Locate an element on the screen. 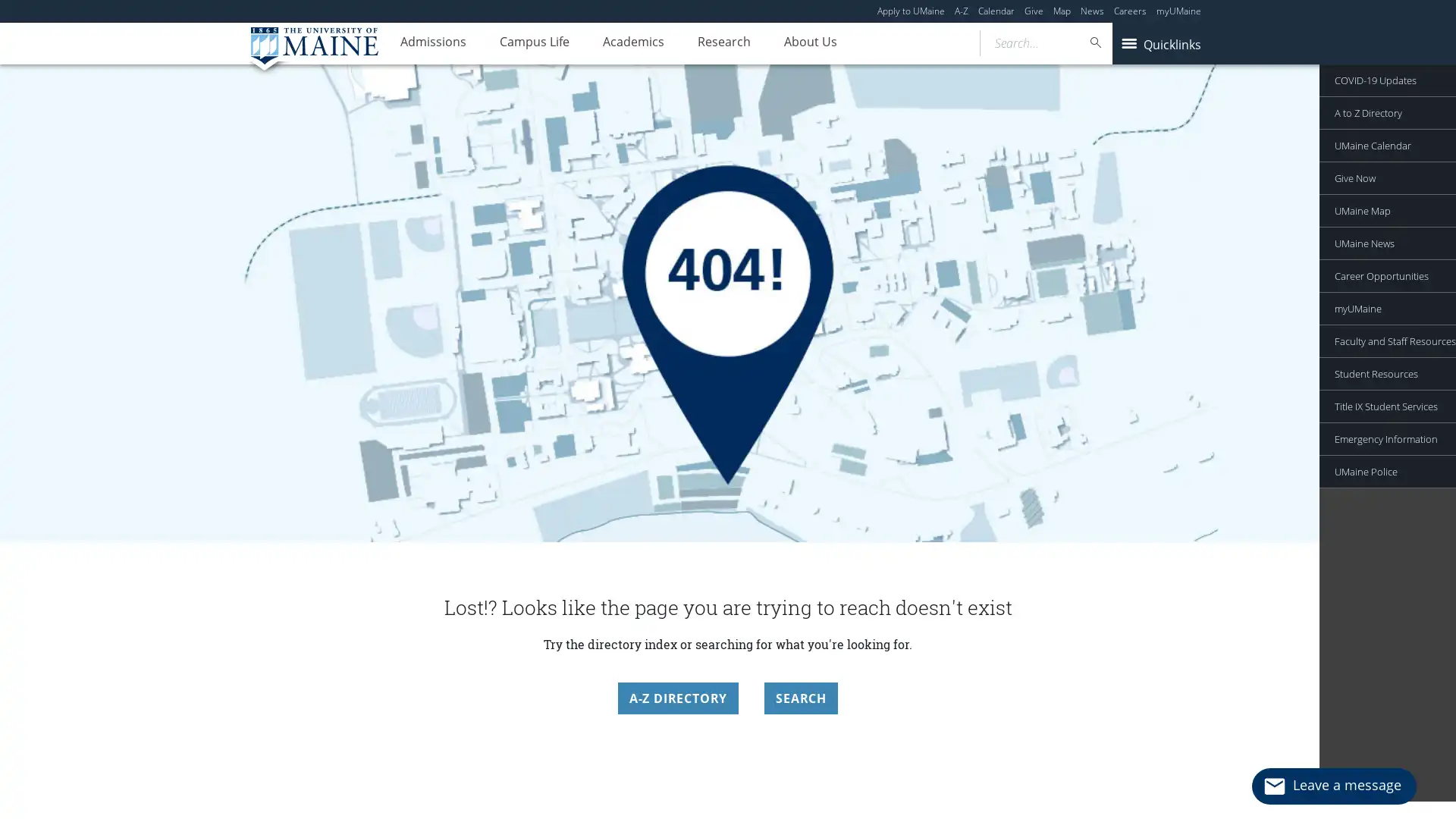 The width and height of the screenshot is (1456, 819). Quicklinks is located at coordinates (1159, 42).